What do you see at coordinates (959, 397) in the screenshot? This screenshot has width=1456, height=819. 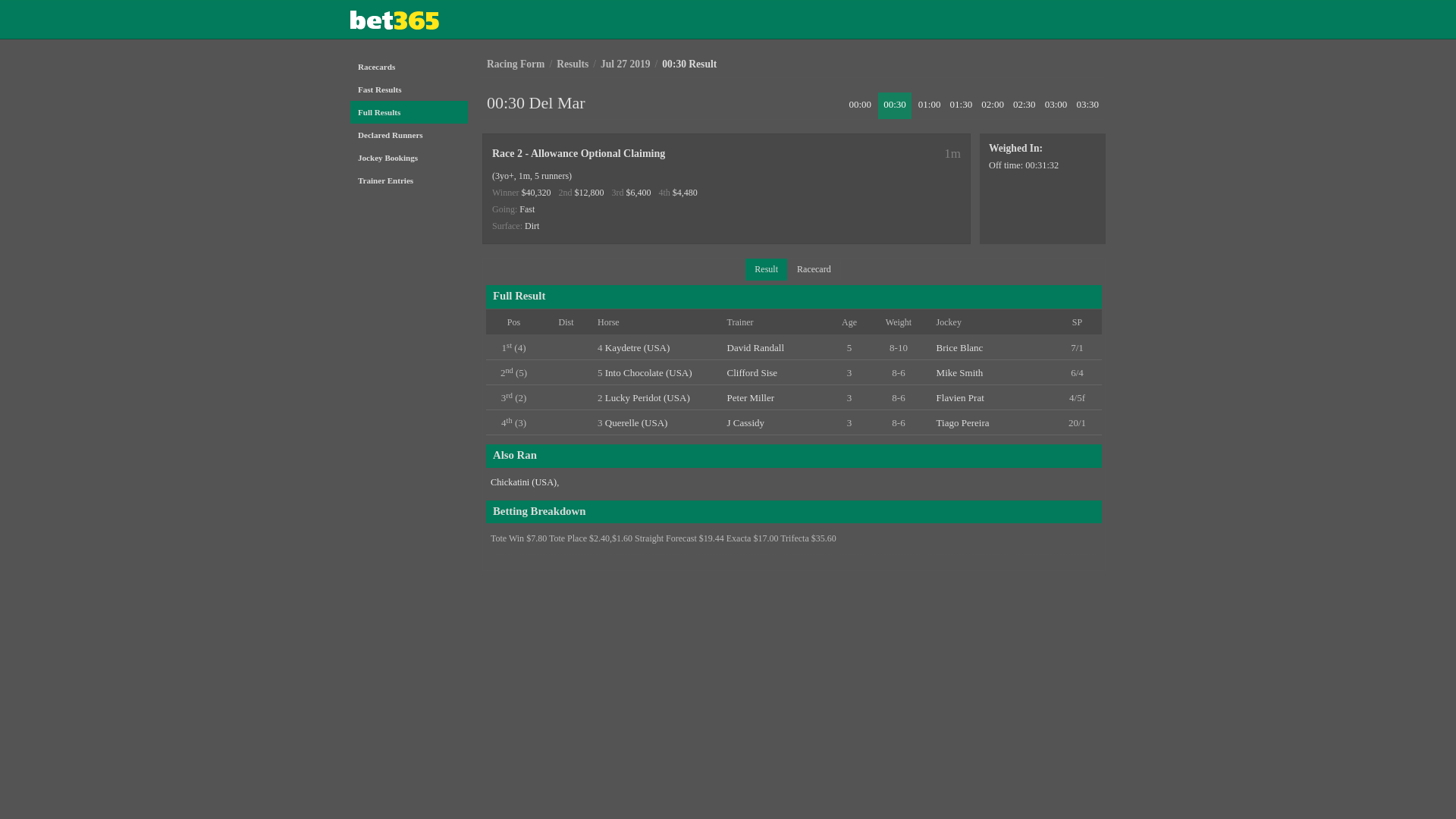 I see `'Flavien Prat'` at bounding box center [959, 397].